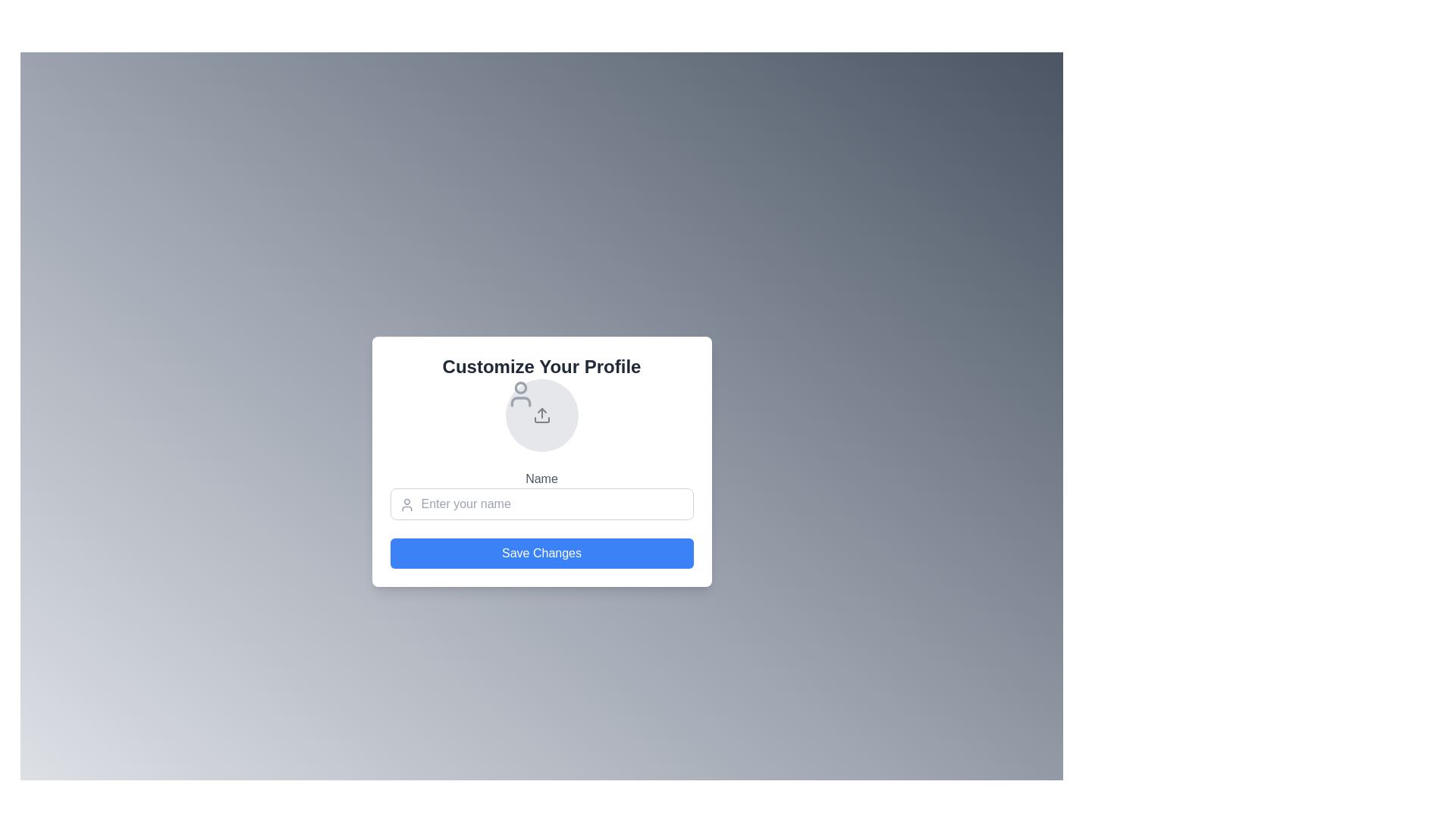  Describe the element at coordinates (520, 394) in the screenshot. I see `the user's profile picture icon located in the 'Customize Your Profile' dialog box, positioned slightly above and to the left of the upload arrow icon` at that location.